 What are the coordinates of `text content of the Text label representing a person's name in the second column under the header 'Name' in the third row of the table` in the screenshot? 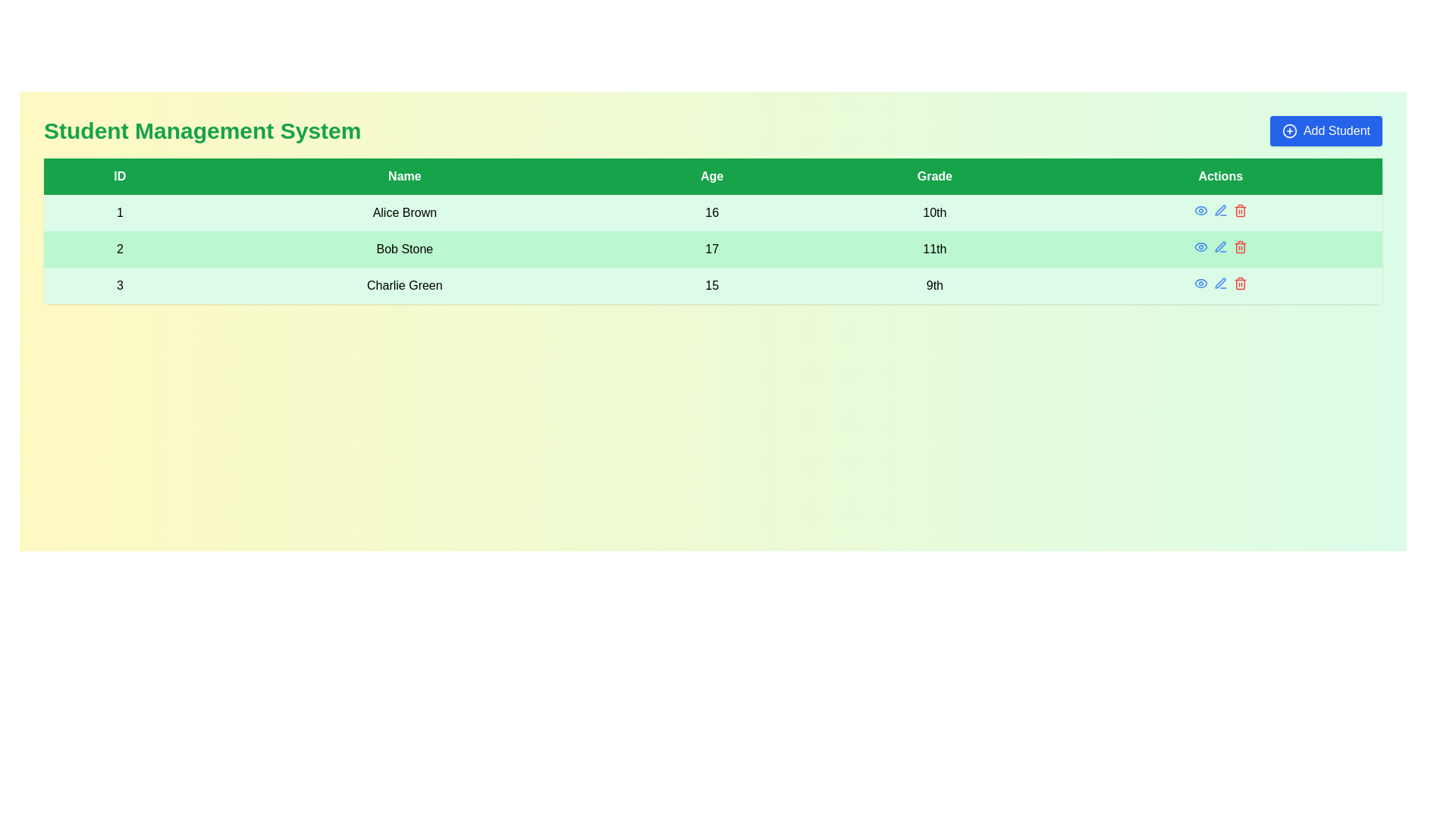 It's located at (404, 286).